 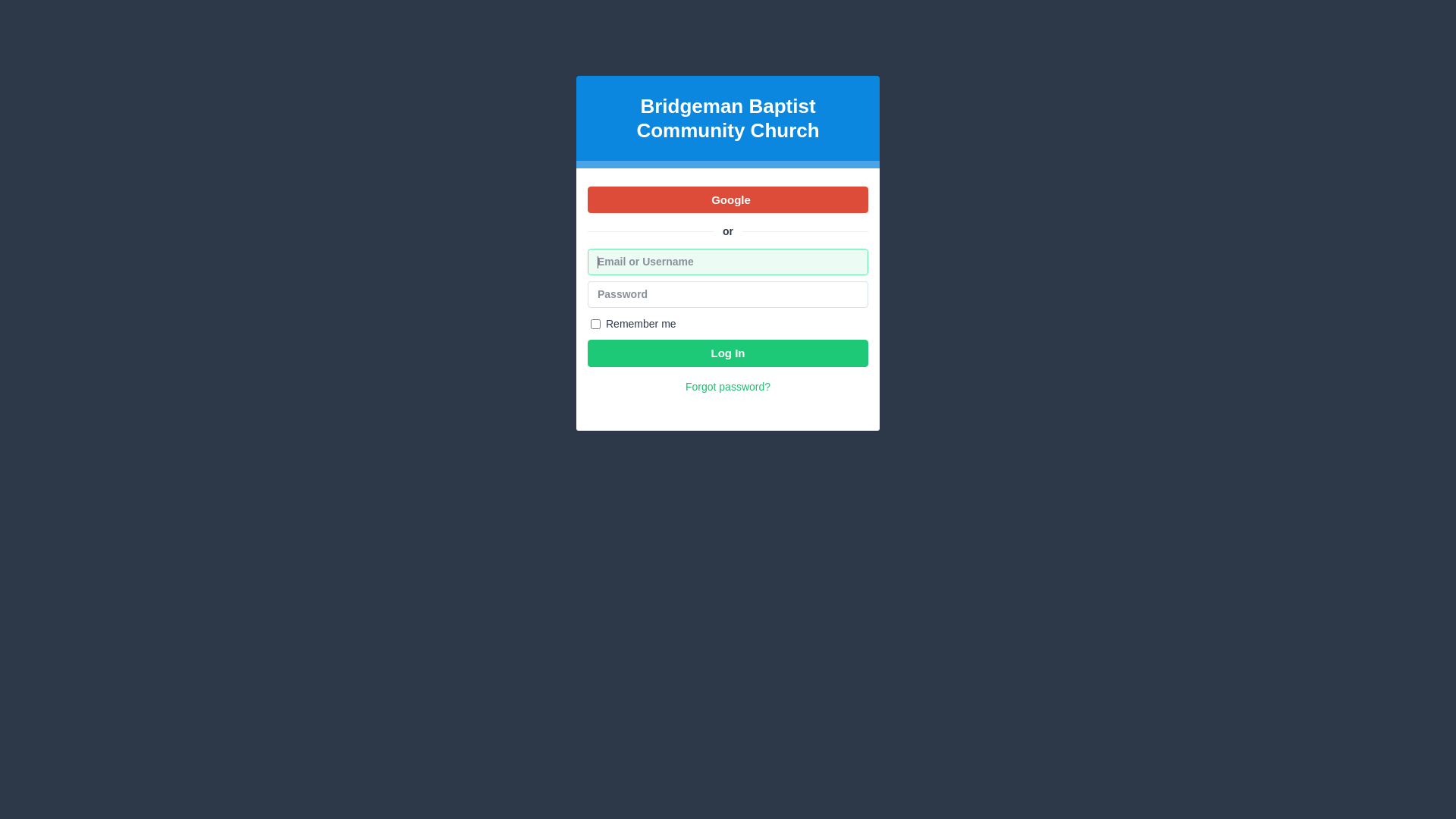 I want to click on 'Forgot password?', so click(x=728, y=385).